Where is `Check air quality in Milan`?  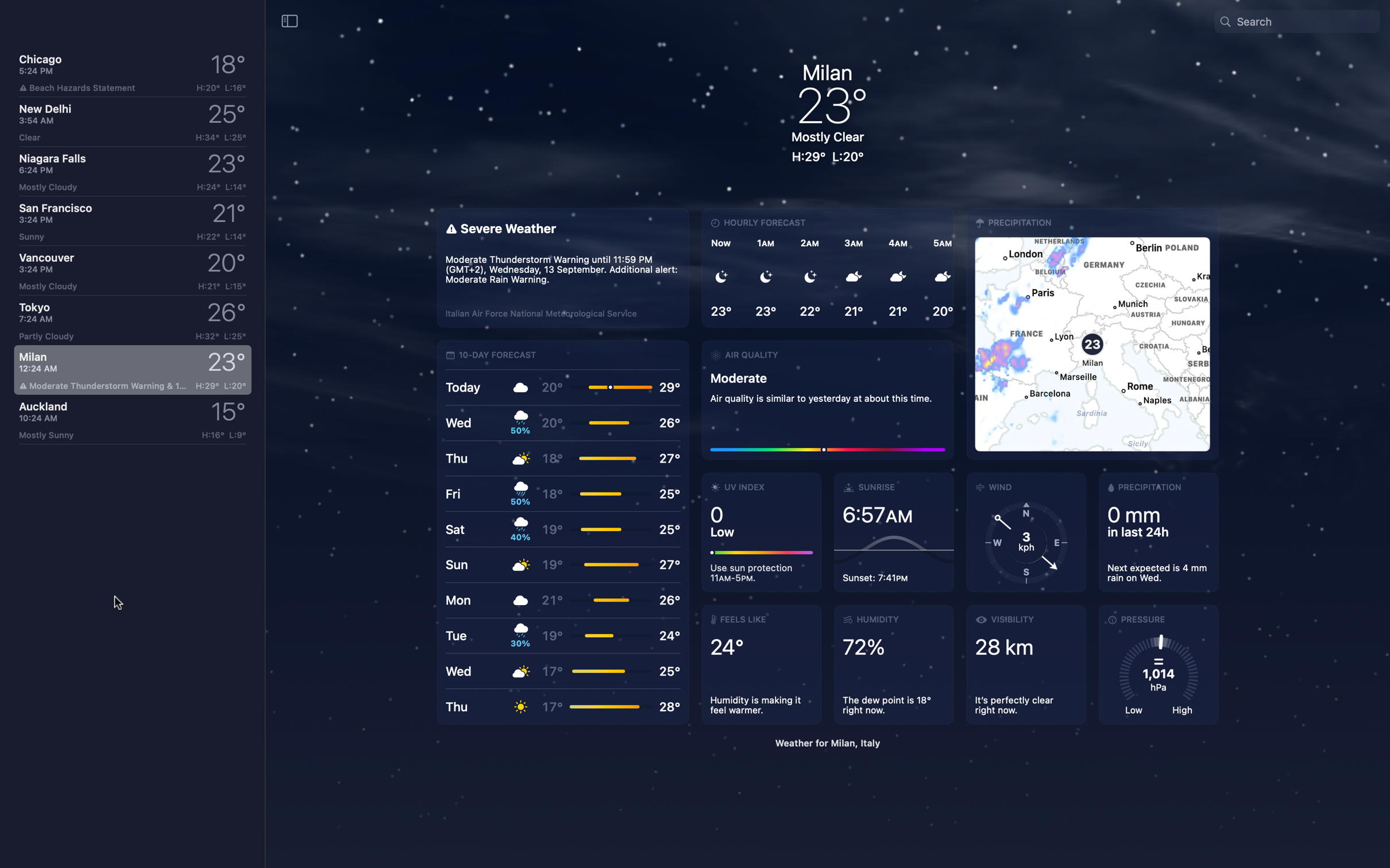
Check air quality in Milan is located at coordinates (827, 398).